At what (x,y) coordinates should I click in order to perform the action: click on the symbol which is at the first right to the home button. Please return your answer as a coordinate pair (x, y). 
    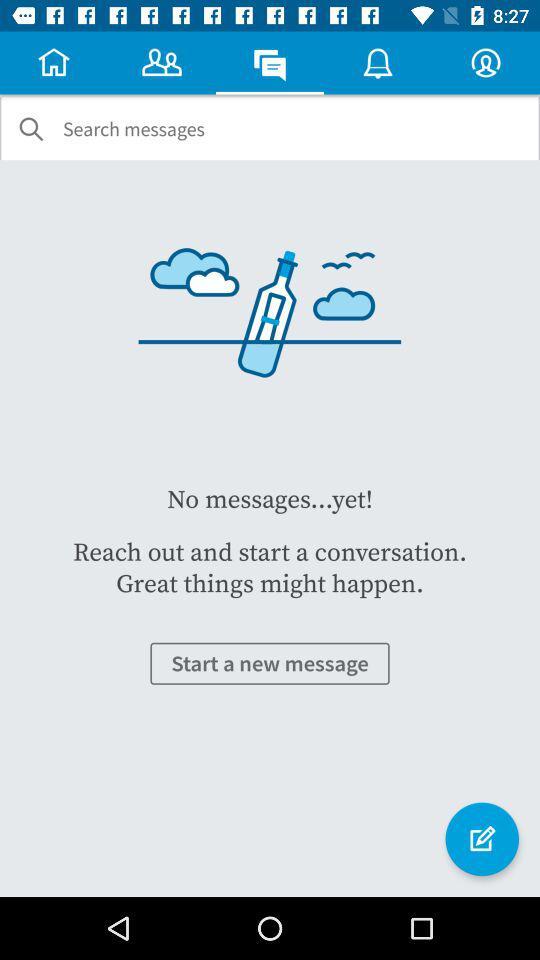
    Looking at the image, I should click on (161, 62).